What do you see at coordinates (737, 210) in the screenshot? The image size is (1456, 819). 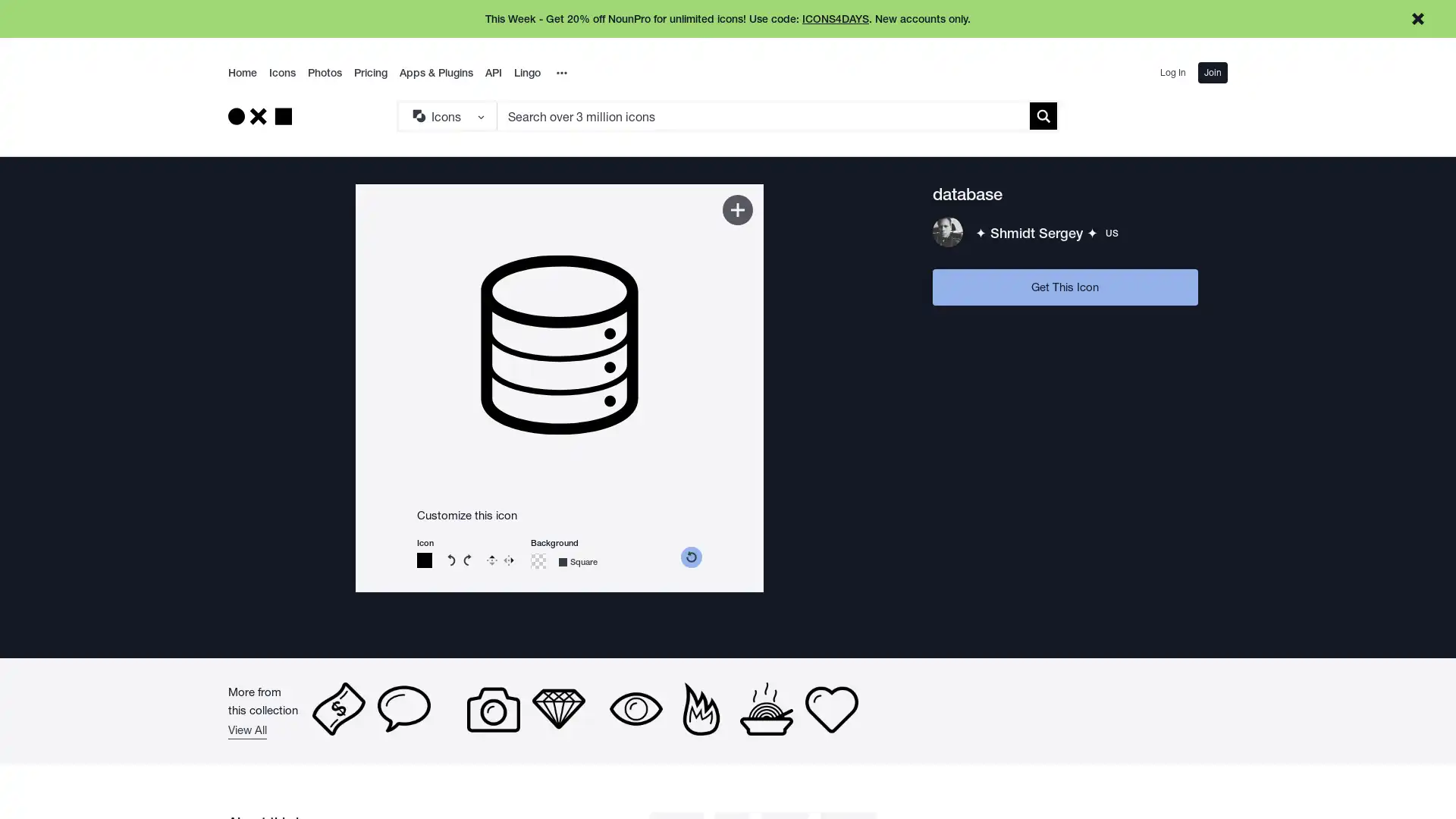 I see `Add to Kit` at bounding box center [737, 210].